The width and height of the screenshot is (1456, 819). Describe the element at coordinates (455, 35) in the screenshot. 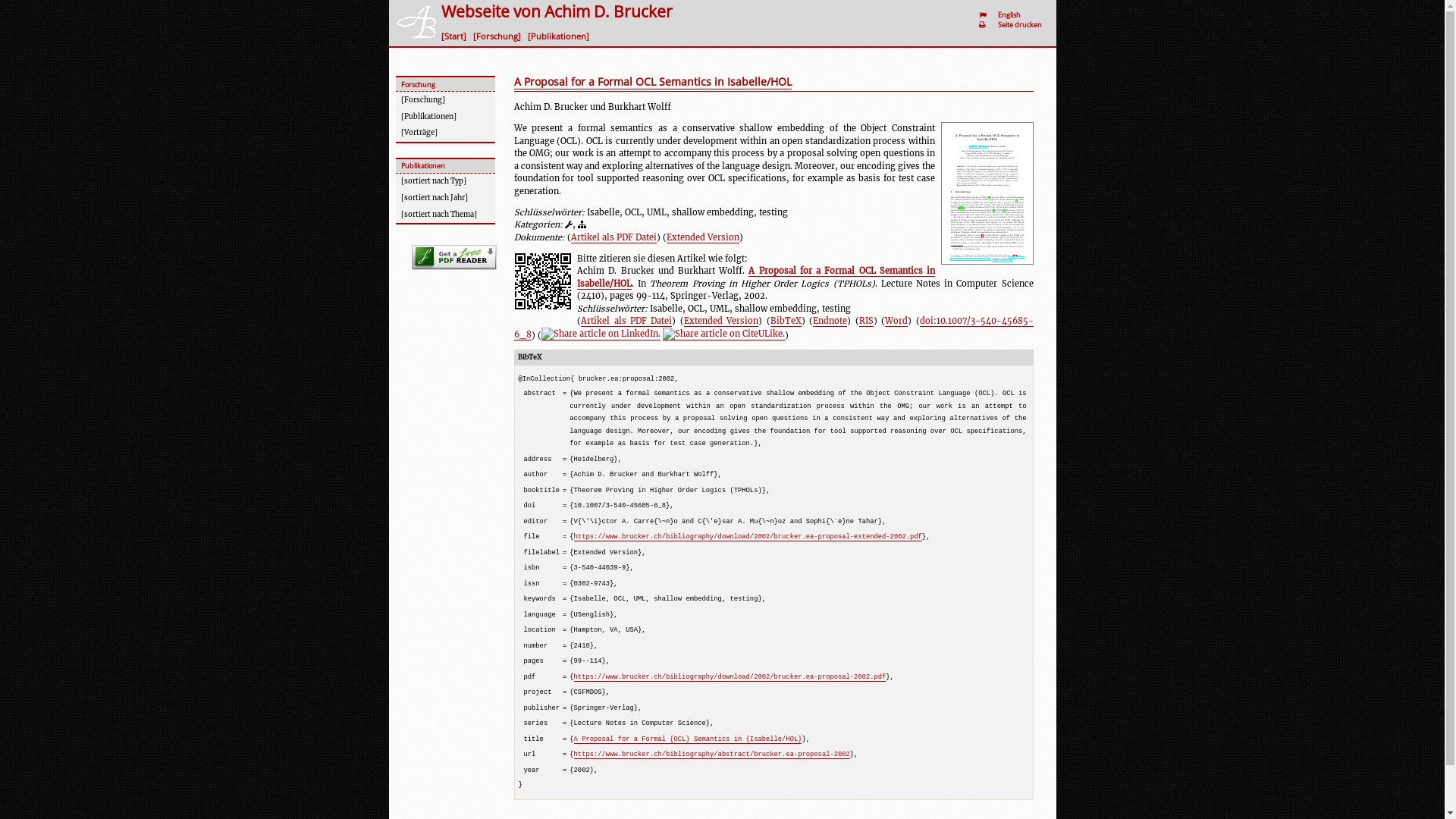

I see `'[Start]'` at that location.